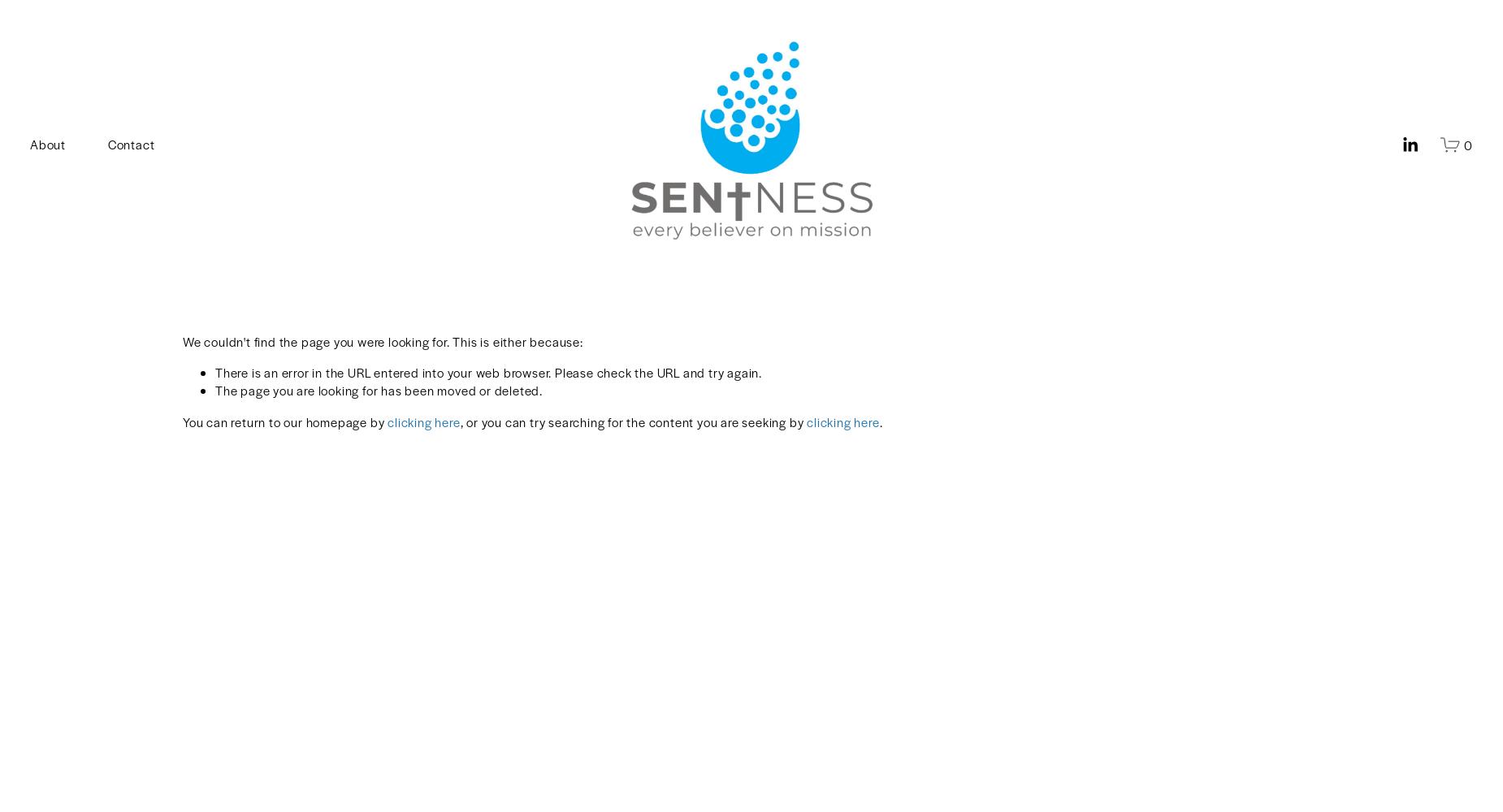  Describe the element at coordinates (879, 421) in the screenshot. I see `'.'` at that location.